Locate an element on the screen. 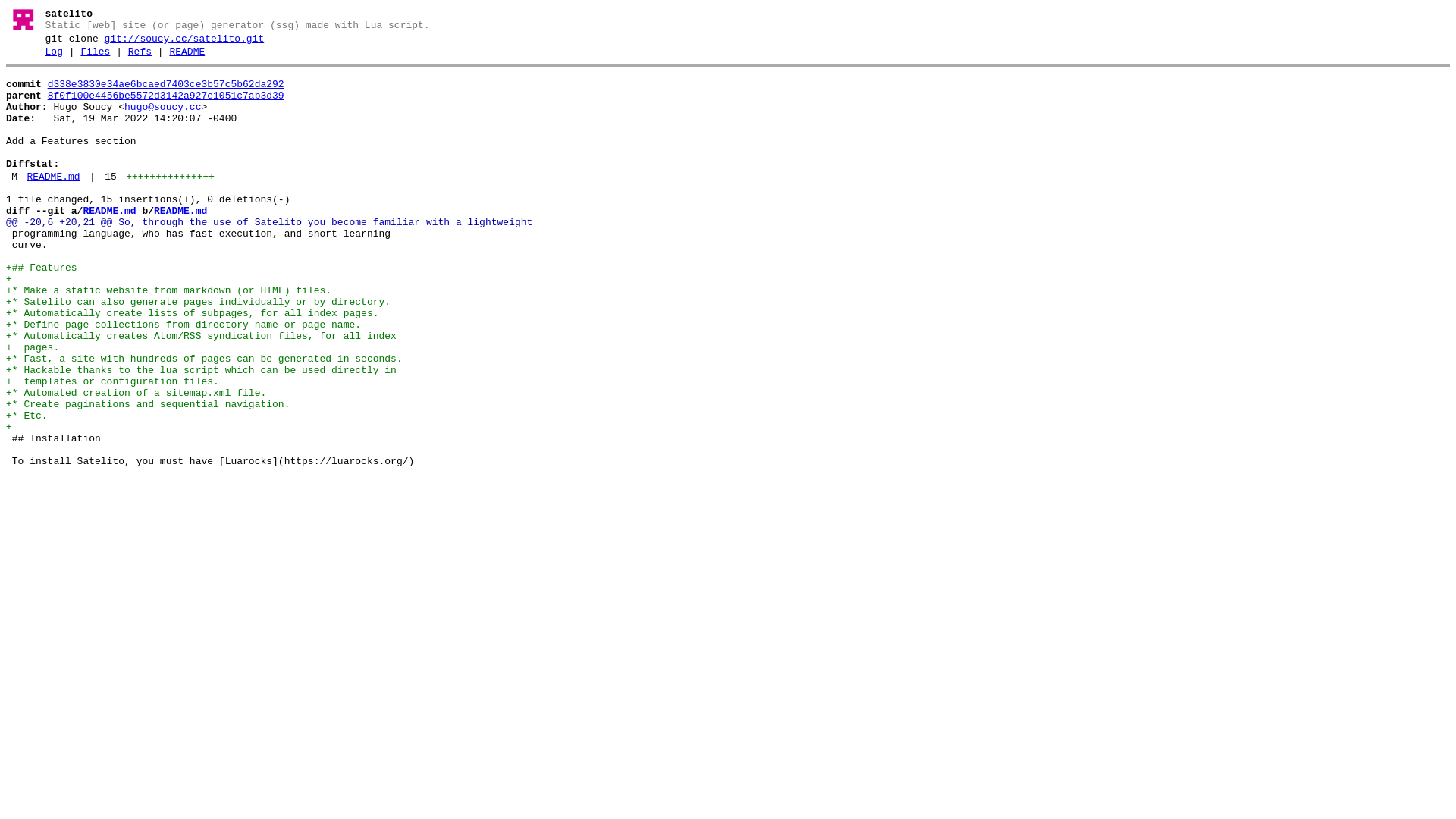 The height and width of the screenshot is (819, 1456). '+  templates or configuration files.' is located at coordinates (111, 381).